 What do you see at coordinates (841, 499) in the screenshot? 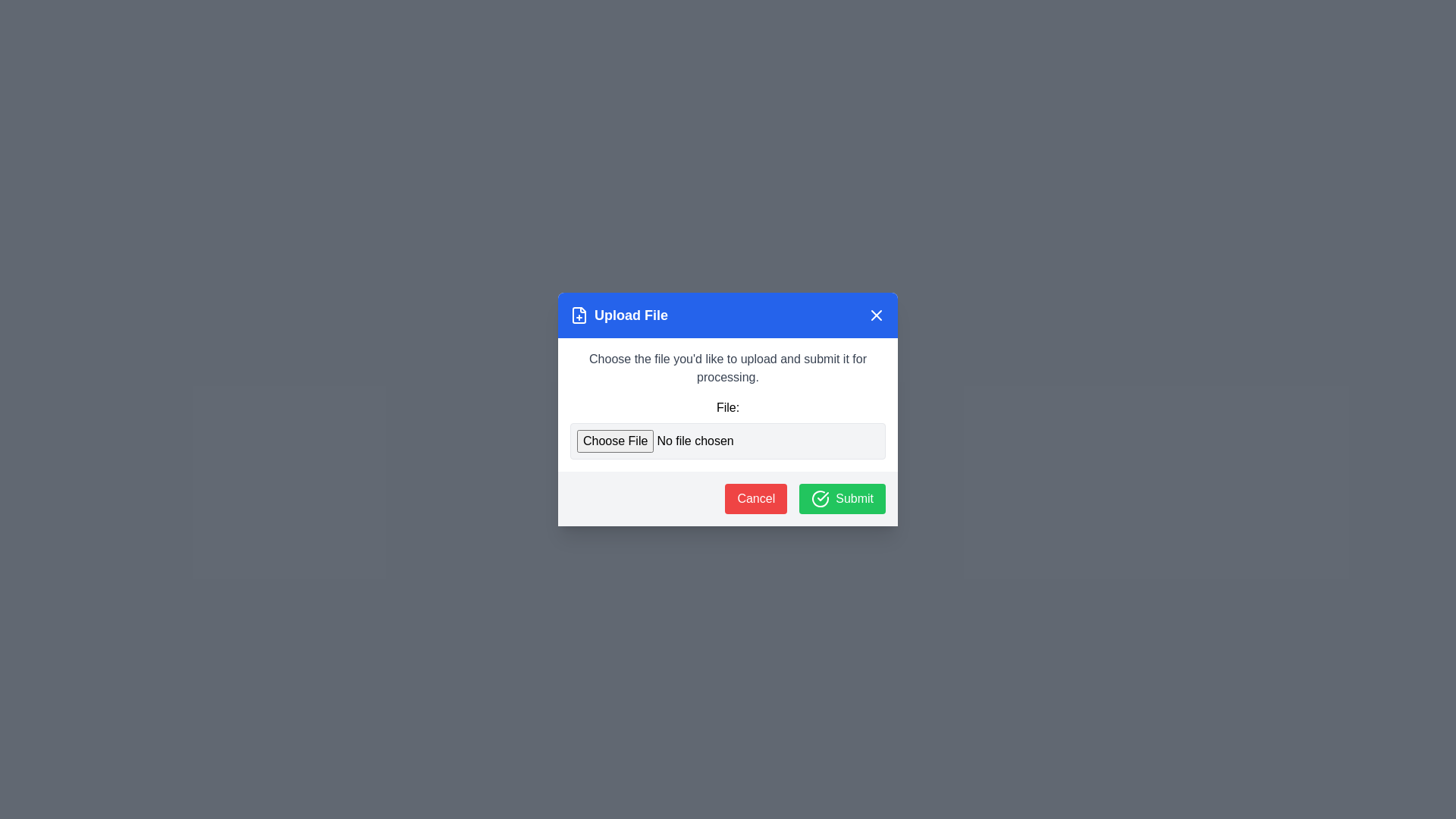
I see `'Submit' button to upload the selected file` at bounding box center [841, 499].